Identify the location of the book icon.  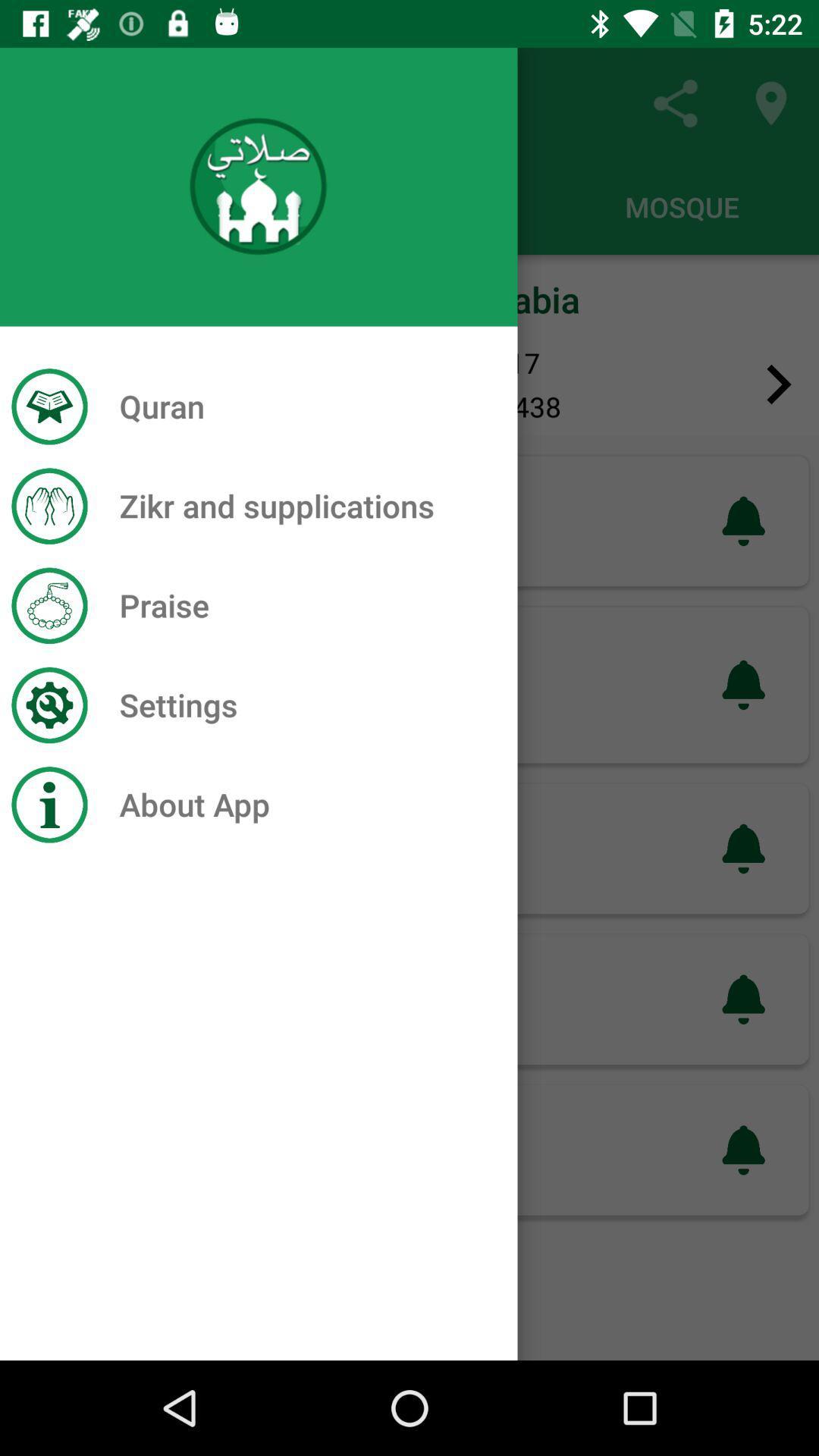
(39, 384).